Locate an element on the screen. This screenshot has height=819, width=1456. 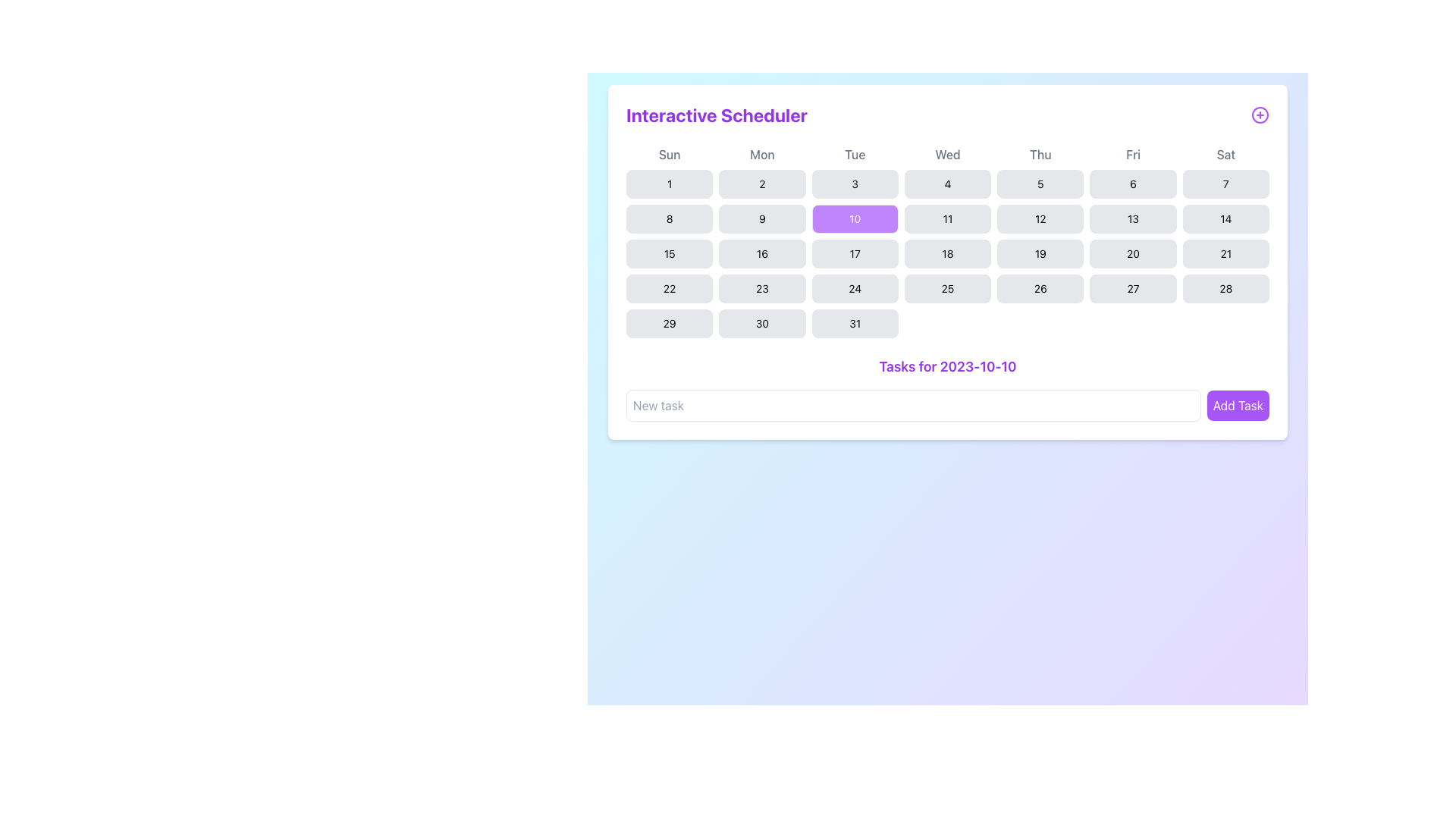
the rounded rectangular button with a gray background and centered black text displaying the number '3' is located at coordinates (855, 184).